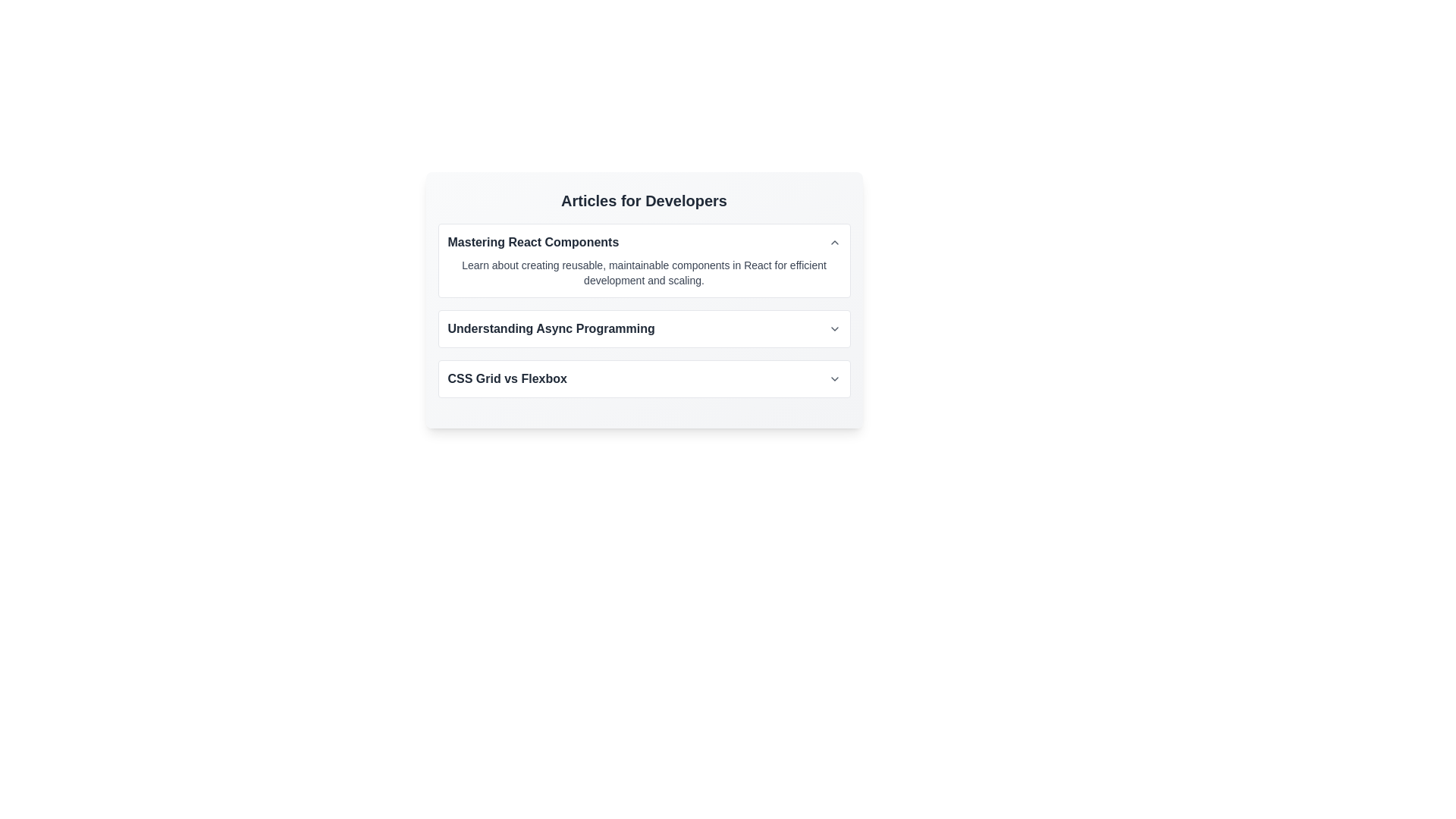 The width and height of the screenshot is (1456, 819). Describe the element at coordinates (833, 378) in the screenshot. I see `the toggle icon located at the bottom of the 'CSS Grid vs Flexbox' section within the 'Articles for Developers' list` at that location.